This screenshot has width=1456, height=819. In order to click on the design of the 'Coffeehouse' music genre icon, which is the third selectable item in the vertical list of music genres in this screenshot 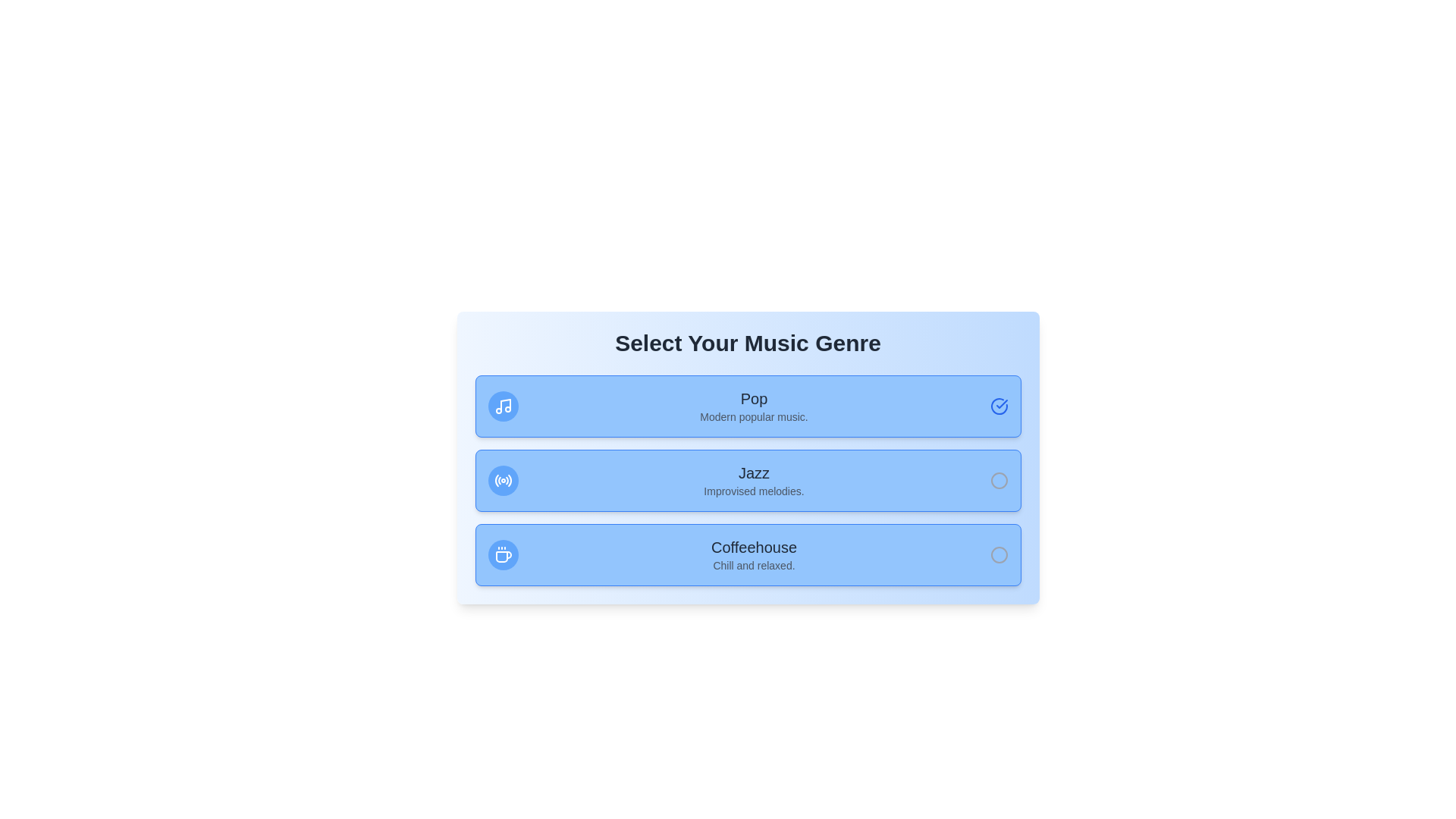, I will do `click(503, 555)`.